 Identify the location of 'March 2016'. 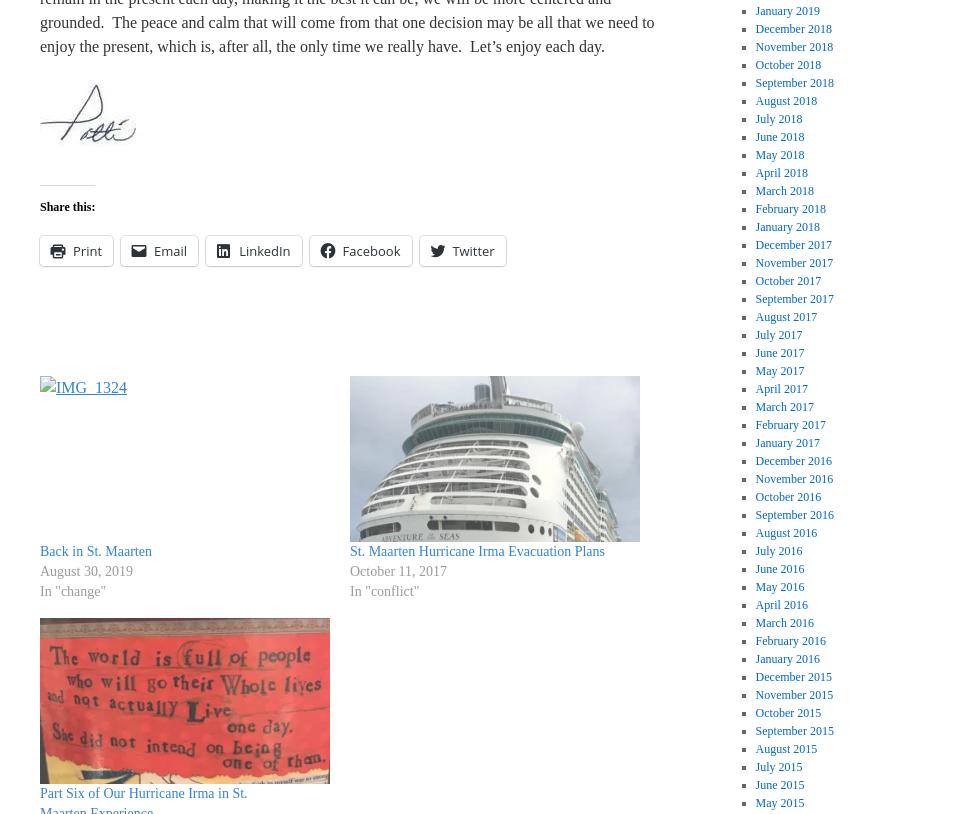
(784, 623).